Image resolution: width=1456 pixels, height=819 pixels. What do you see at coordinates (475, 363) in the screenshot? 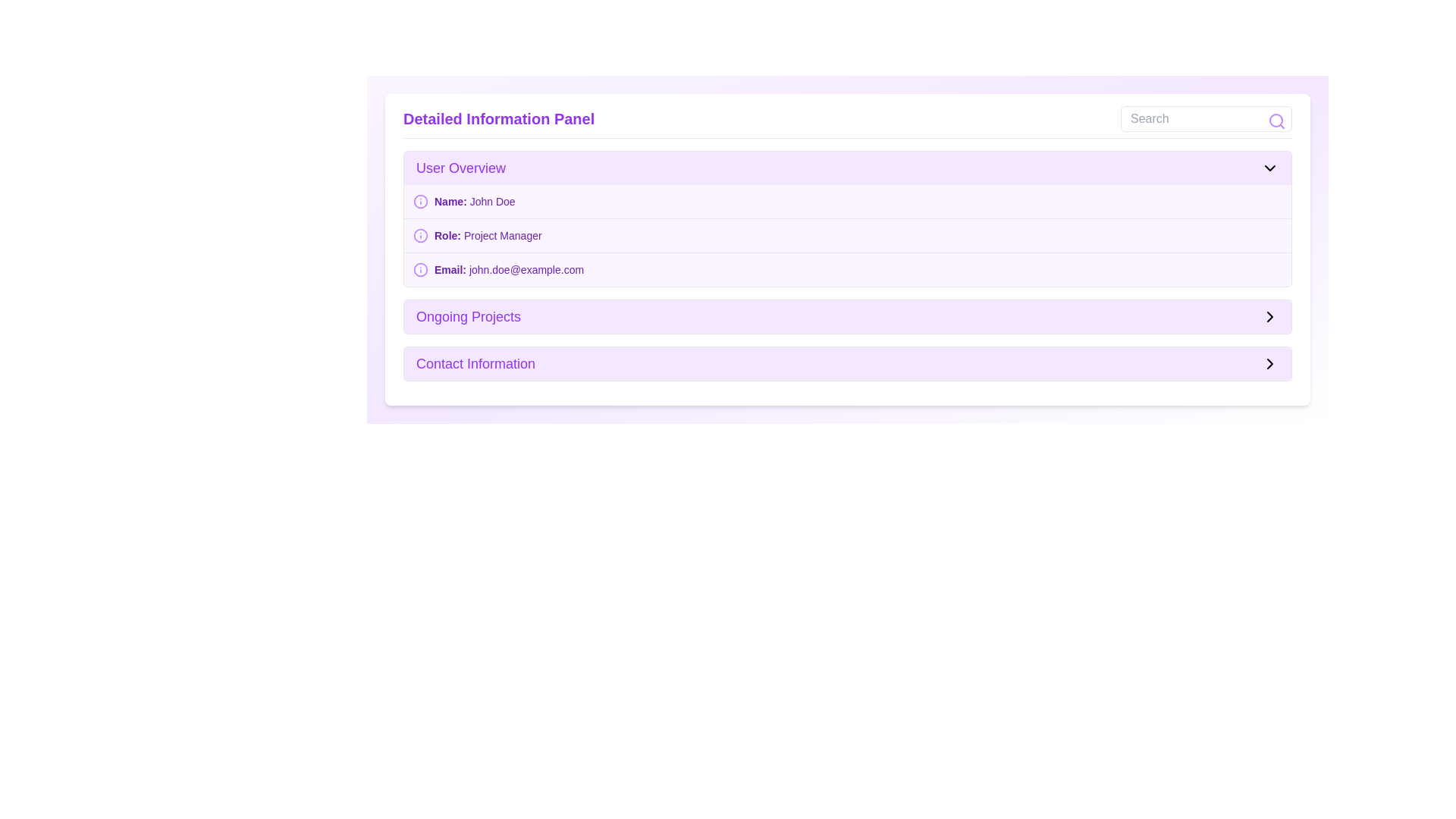
I see `text content of the bold purple text label 'Contact Information' located in the 'Detailed Information Panel' under the 'Ongoing Projects' section` at bounding box center [475, 363].